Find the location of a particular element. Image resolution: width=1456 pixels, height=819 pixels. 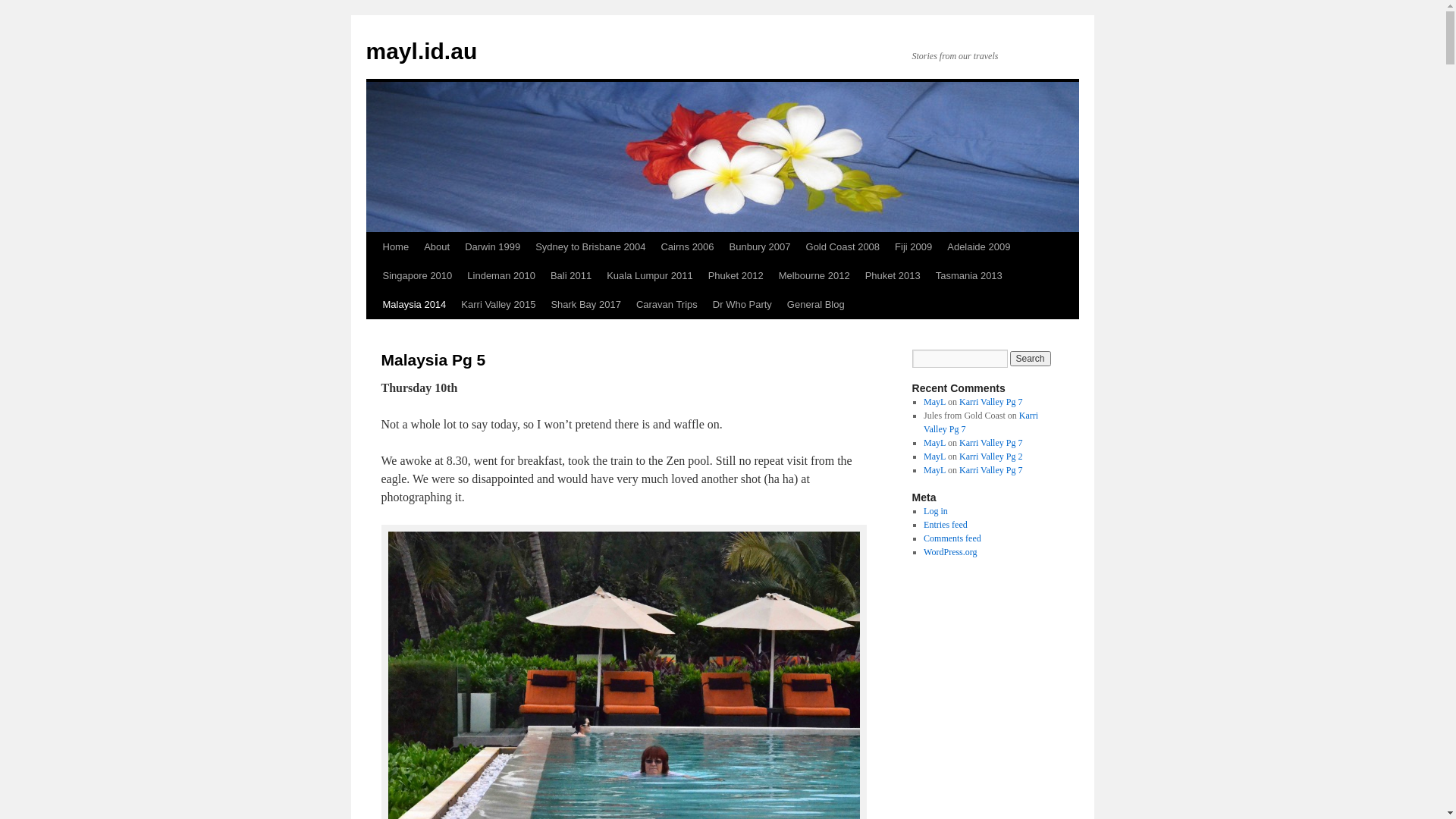

'Bali 2011' is located at coordinates (570, 275).